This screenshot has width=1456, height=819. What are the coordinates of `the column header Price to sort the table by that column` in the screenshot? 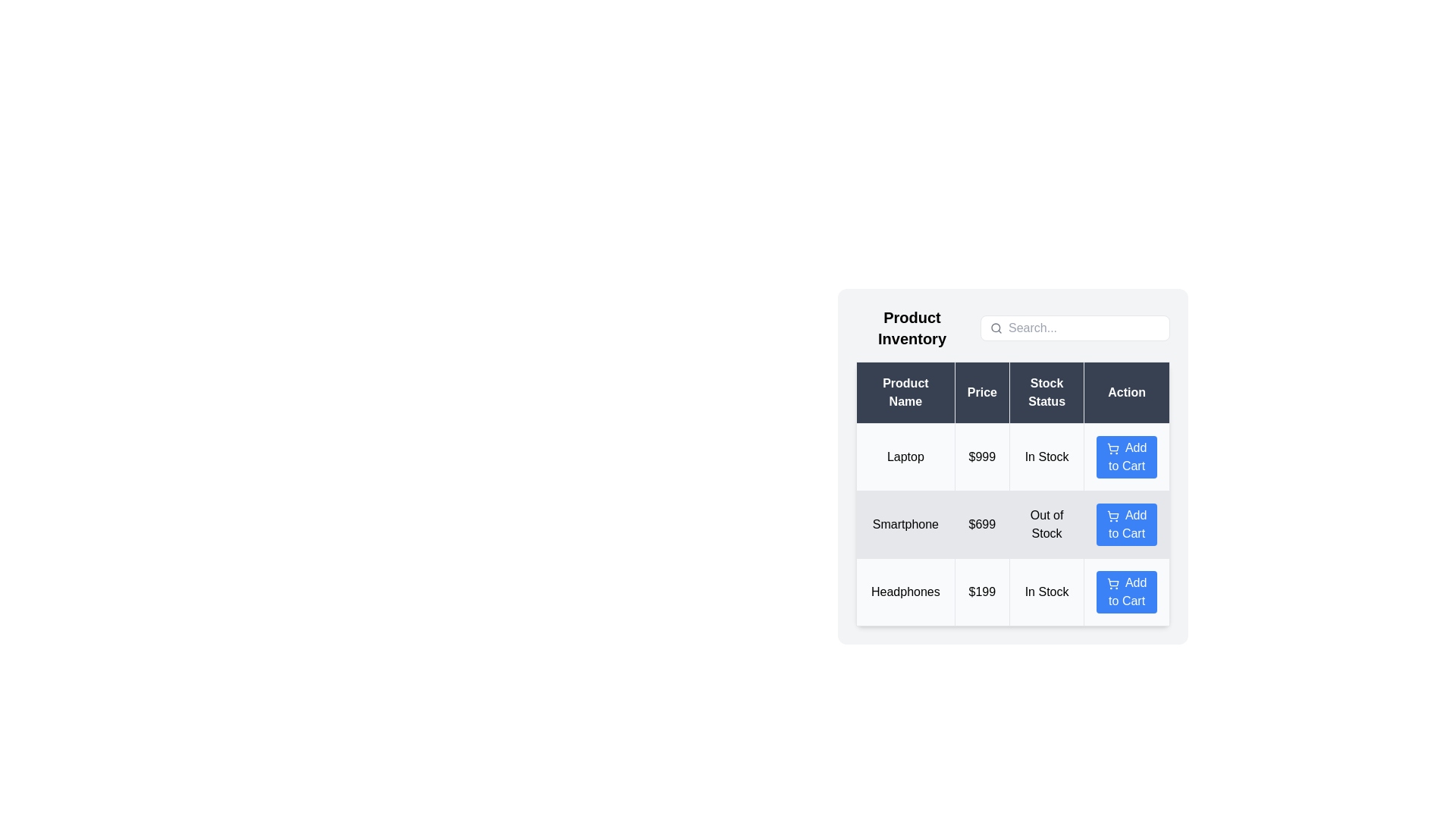 It's located at (982, 391).